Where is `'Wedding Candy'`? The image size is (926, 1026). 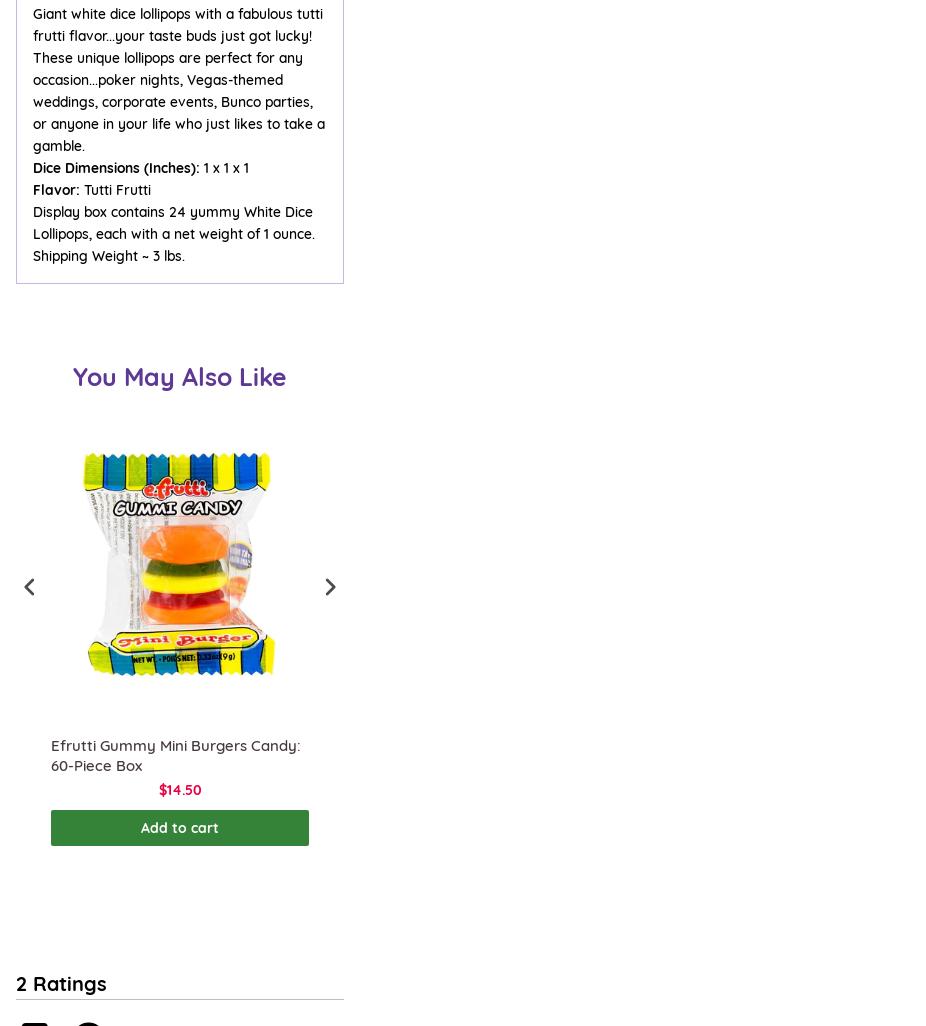 'Wedding Candy' is located at coordinates (66, 545).